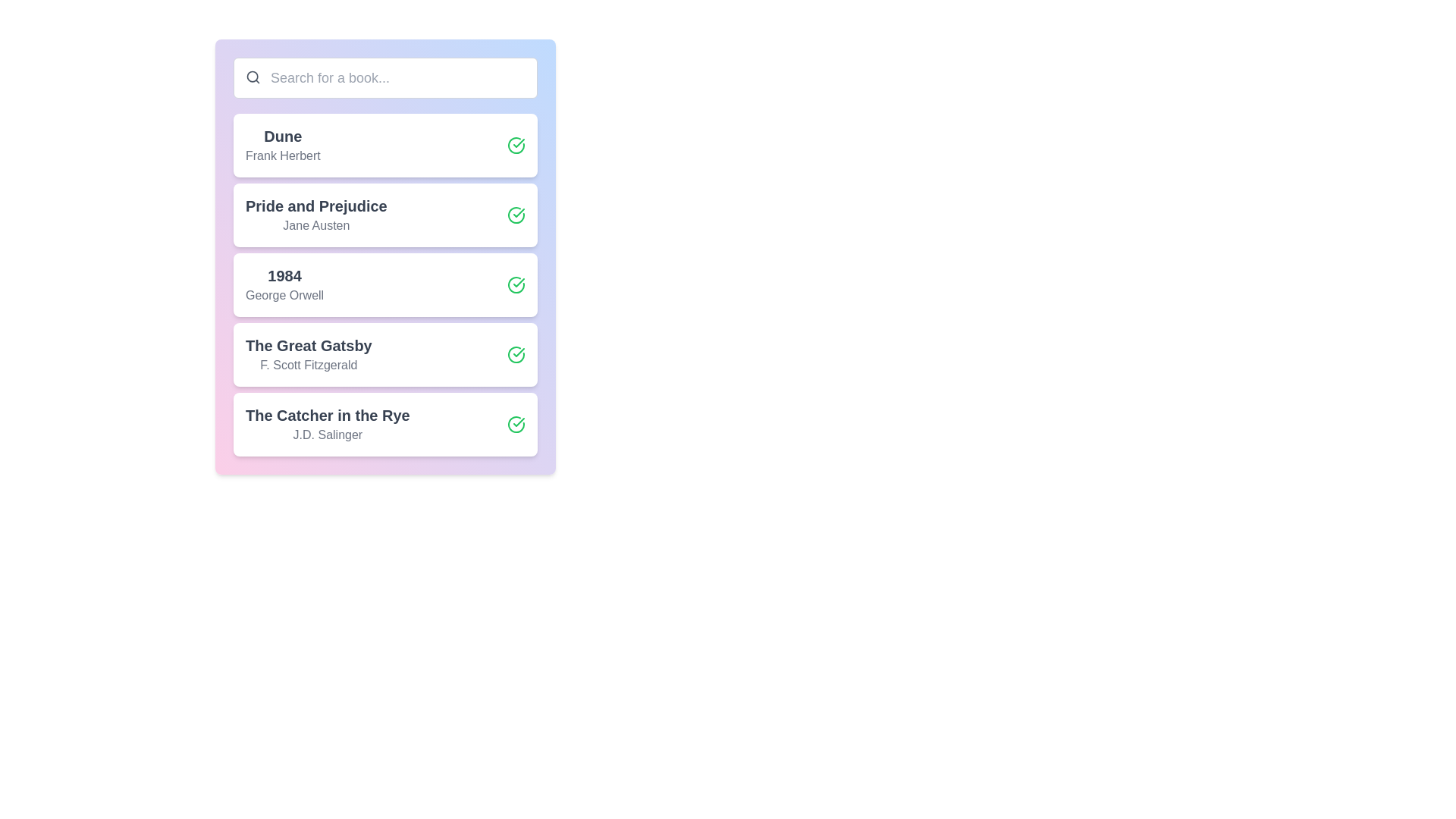 The height and width of the screenshot is (819, 1456). I want to click on the card-like list item displaying 'The Catcher in the Rye', so click(385, 424).